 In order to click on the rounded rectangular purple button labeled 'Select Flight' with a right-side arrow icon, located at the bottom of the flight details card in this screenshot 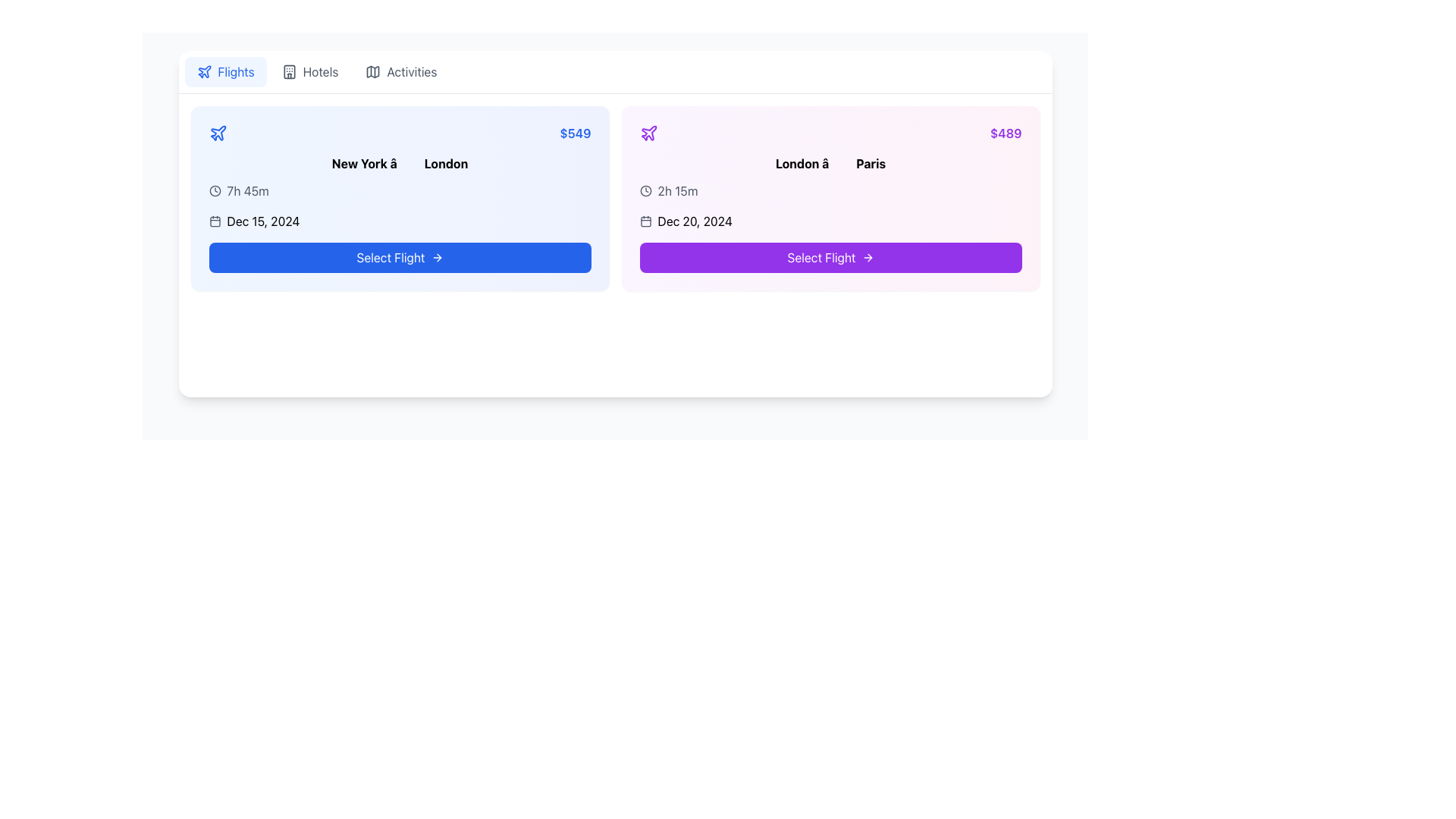, I will do `click(830, 256)`.